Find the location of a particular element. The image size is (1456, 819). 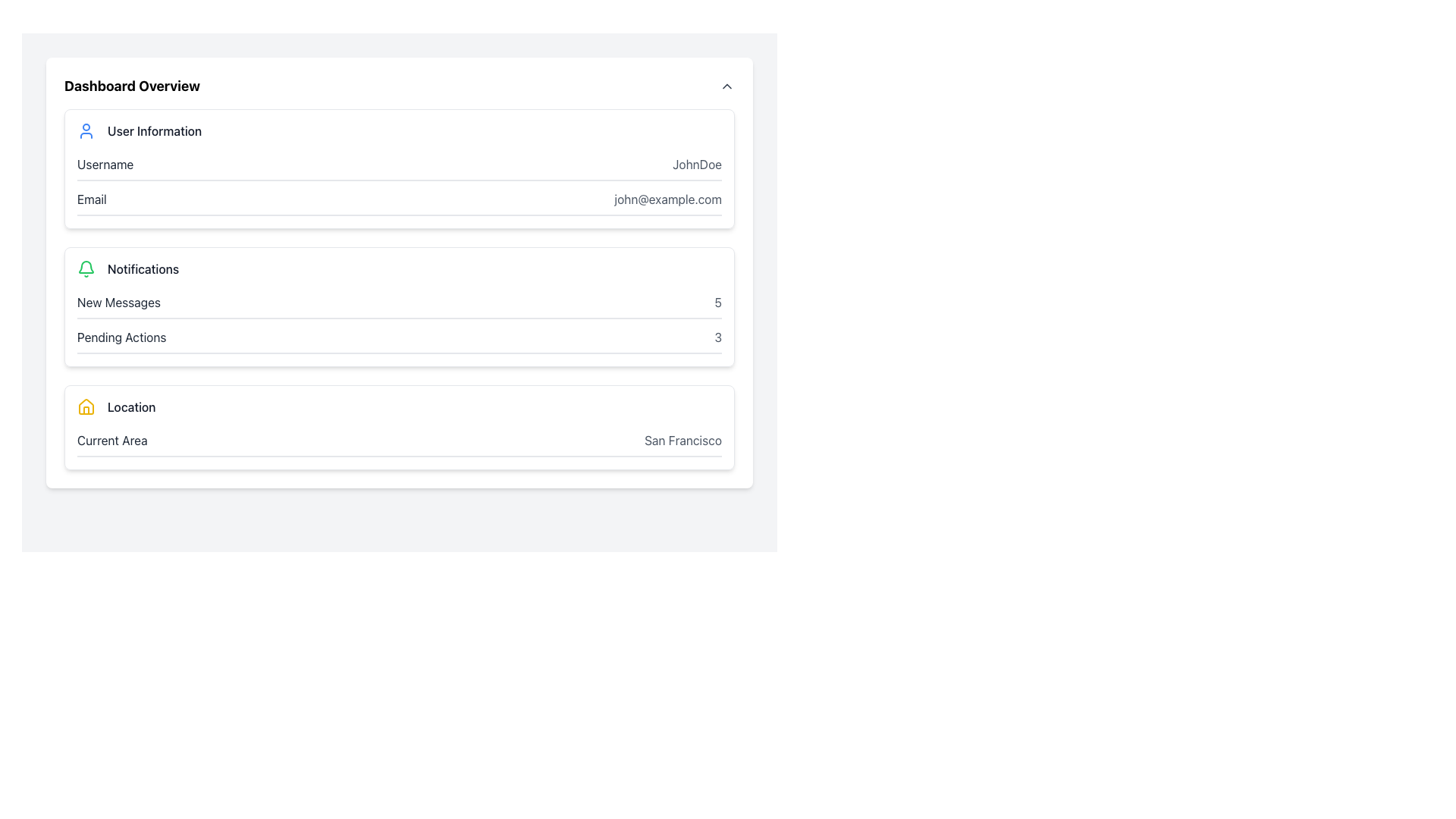

the curved part of the bell icon located in the notification section on the dashboard overview page is located at coordinates (86, 266).